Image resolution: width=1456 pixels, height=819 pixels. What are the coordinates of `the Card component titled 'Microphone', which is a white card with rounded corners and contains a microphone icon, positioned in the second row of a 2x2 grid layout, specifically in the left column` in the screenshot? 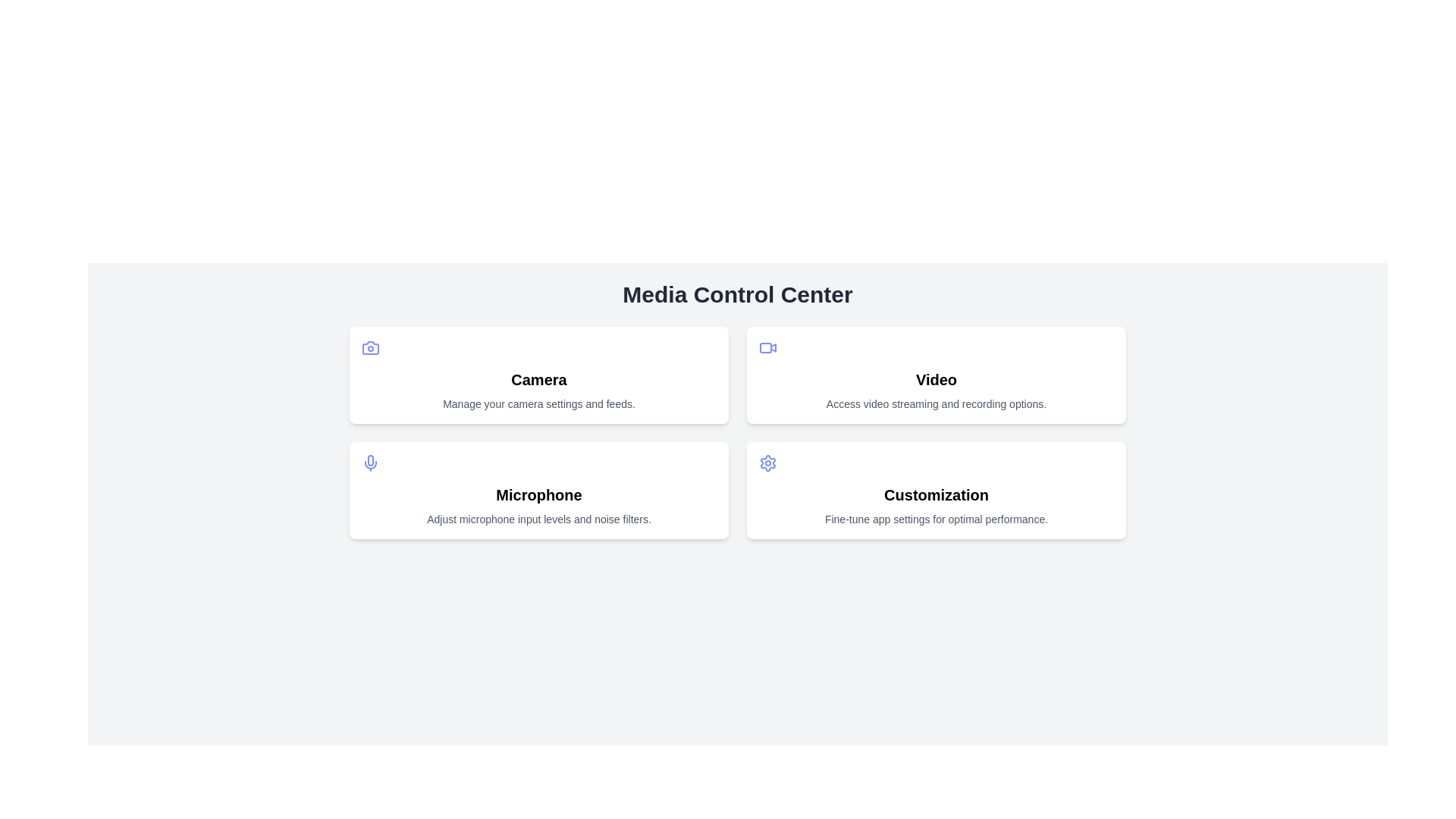 It's located at (538, 491).